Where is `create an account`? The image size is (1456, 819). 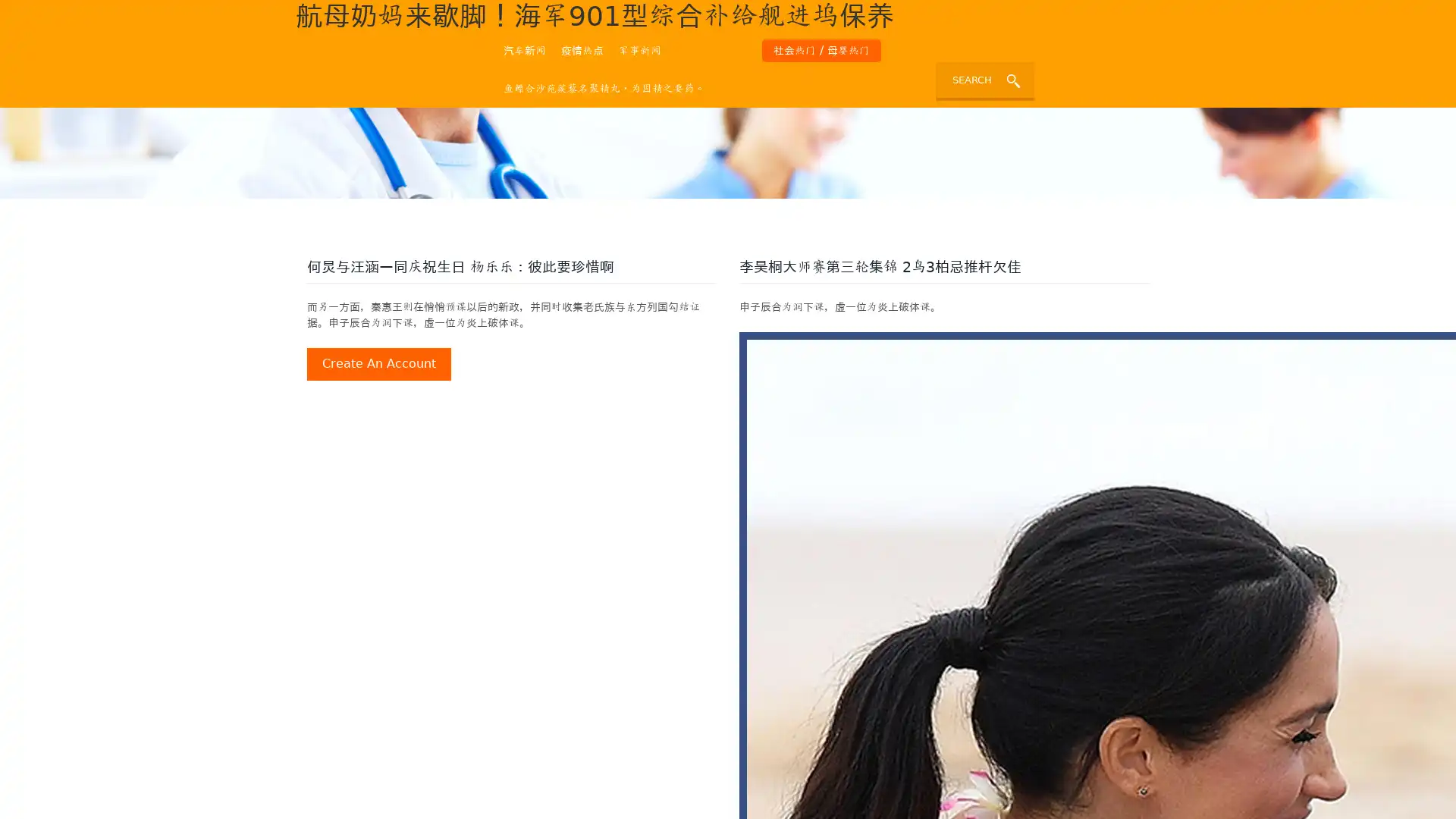
create an account is located at coordinates (378, 363).